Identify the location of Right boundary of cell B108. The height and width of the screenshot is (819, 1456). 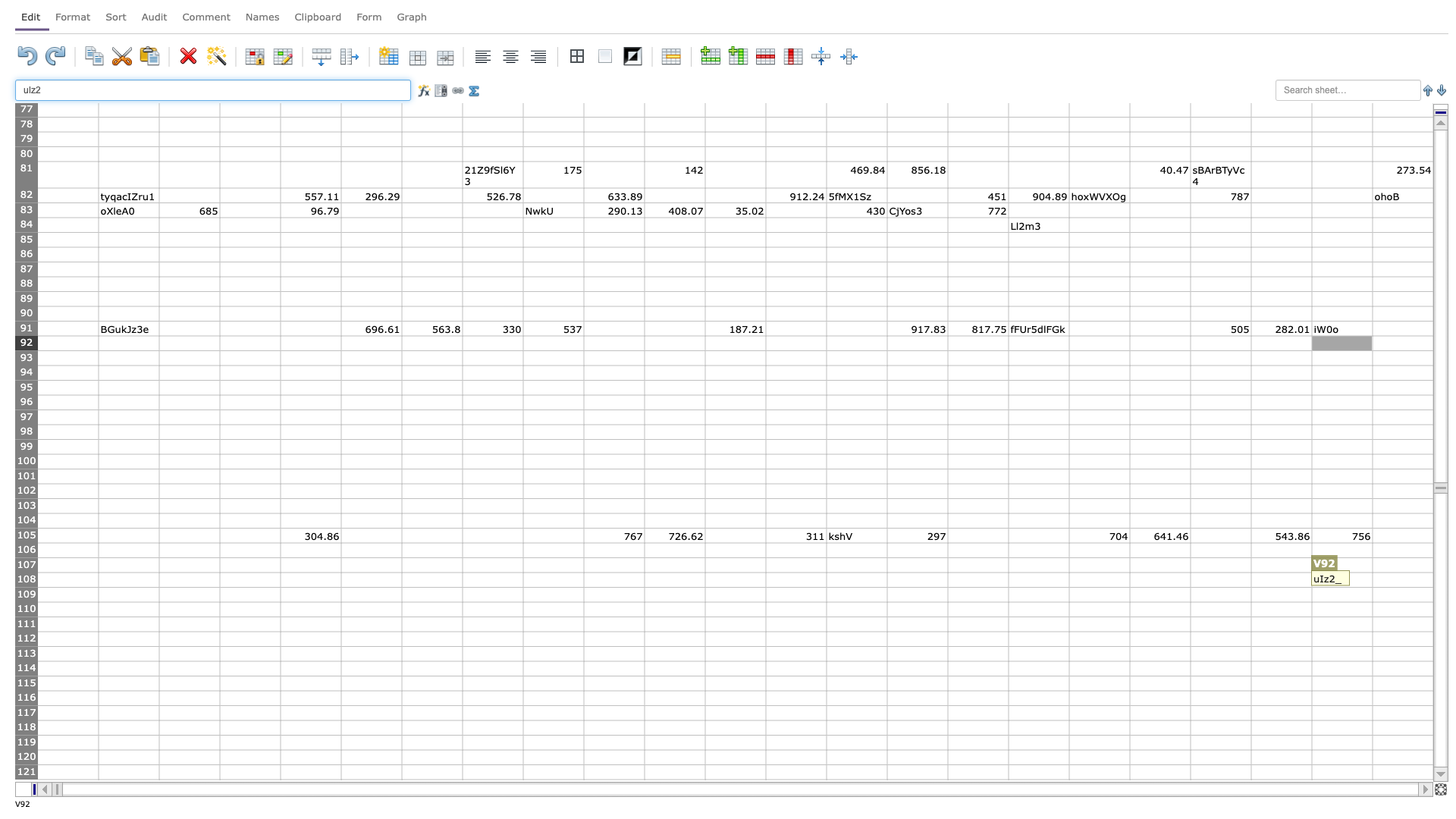
(159, 579).